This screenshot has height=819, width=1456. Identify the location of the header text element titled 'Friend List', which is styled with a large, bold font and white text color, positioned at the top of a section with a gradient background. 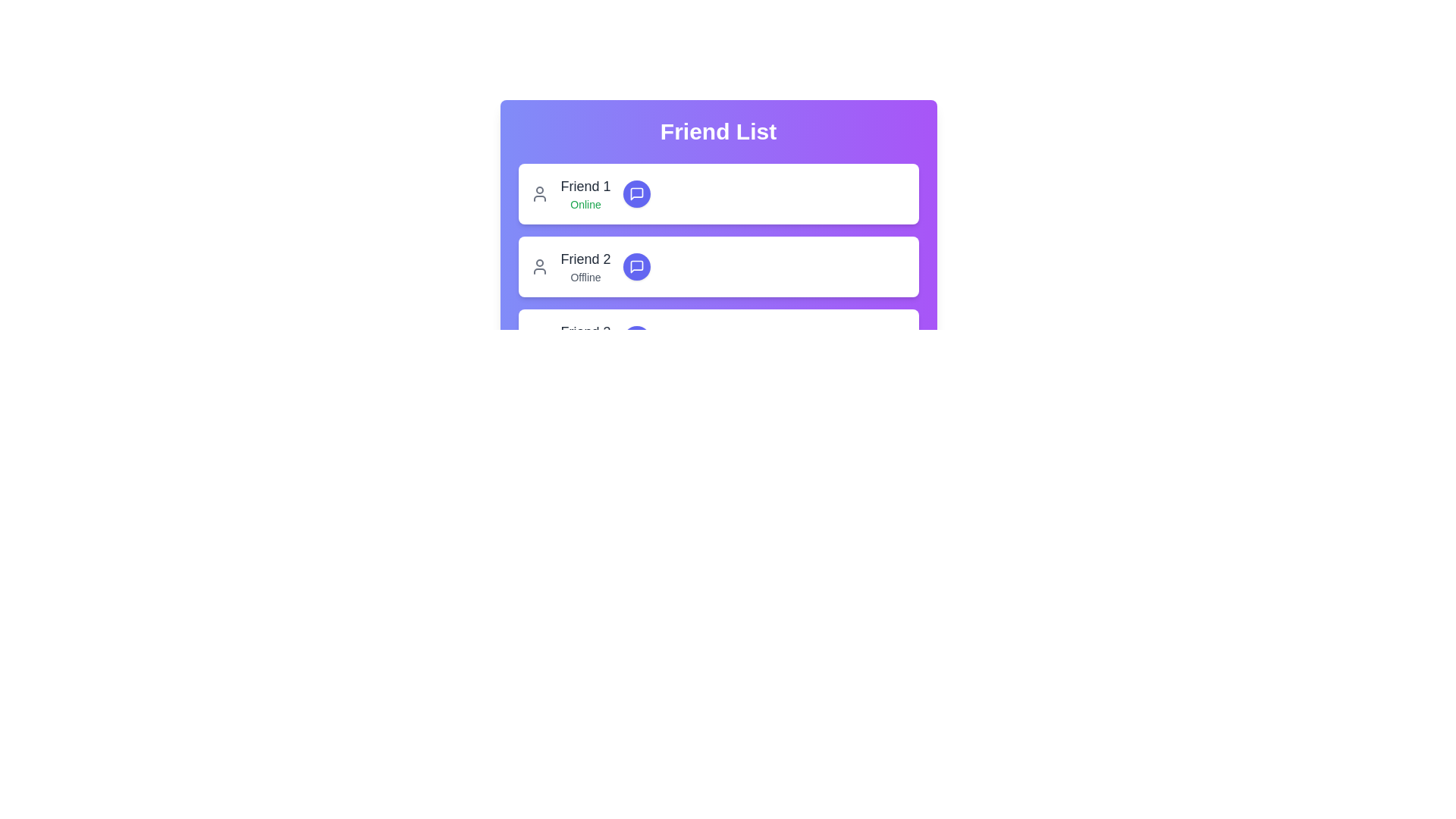
(717, 130).